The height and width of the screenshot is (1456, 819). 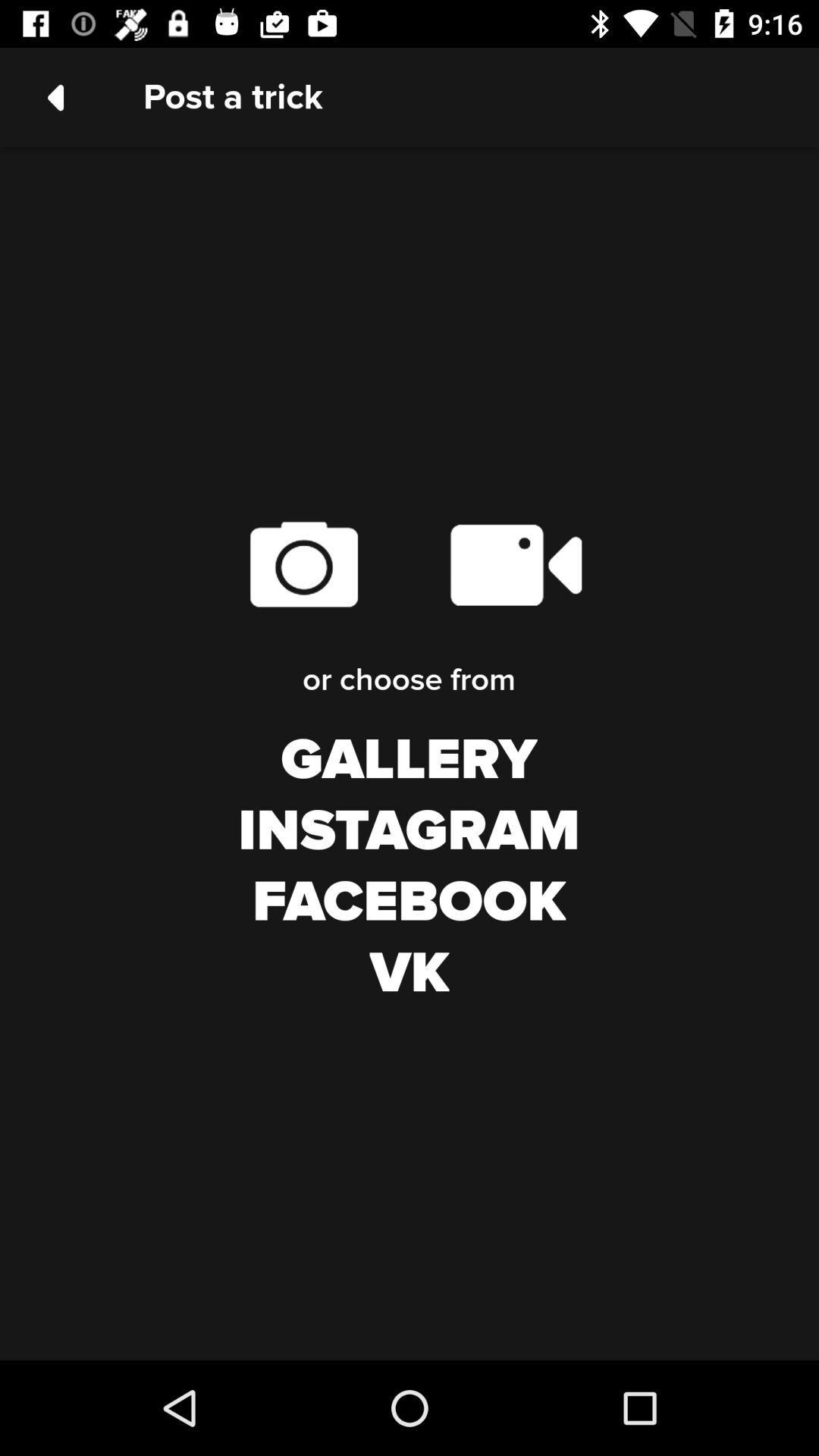 What do you see at coordinates (303, 563) in the screenshot?
I see `the item below the post a trick icon` at bounding box center [303, 563].